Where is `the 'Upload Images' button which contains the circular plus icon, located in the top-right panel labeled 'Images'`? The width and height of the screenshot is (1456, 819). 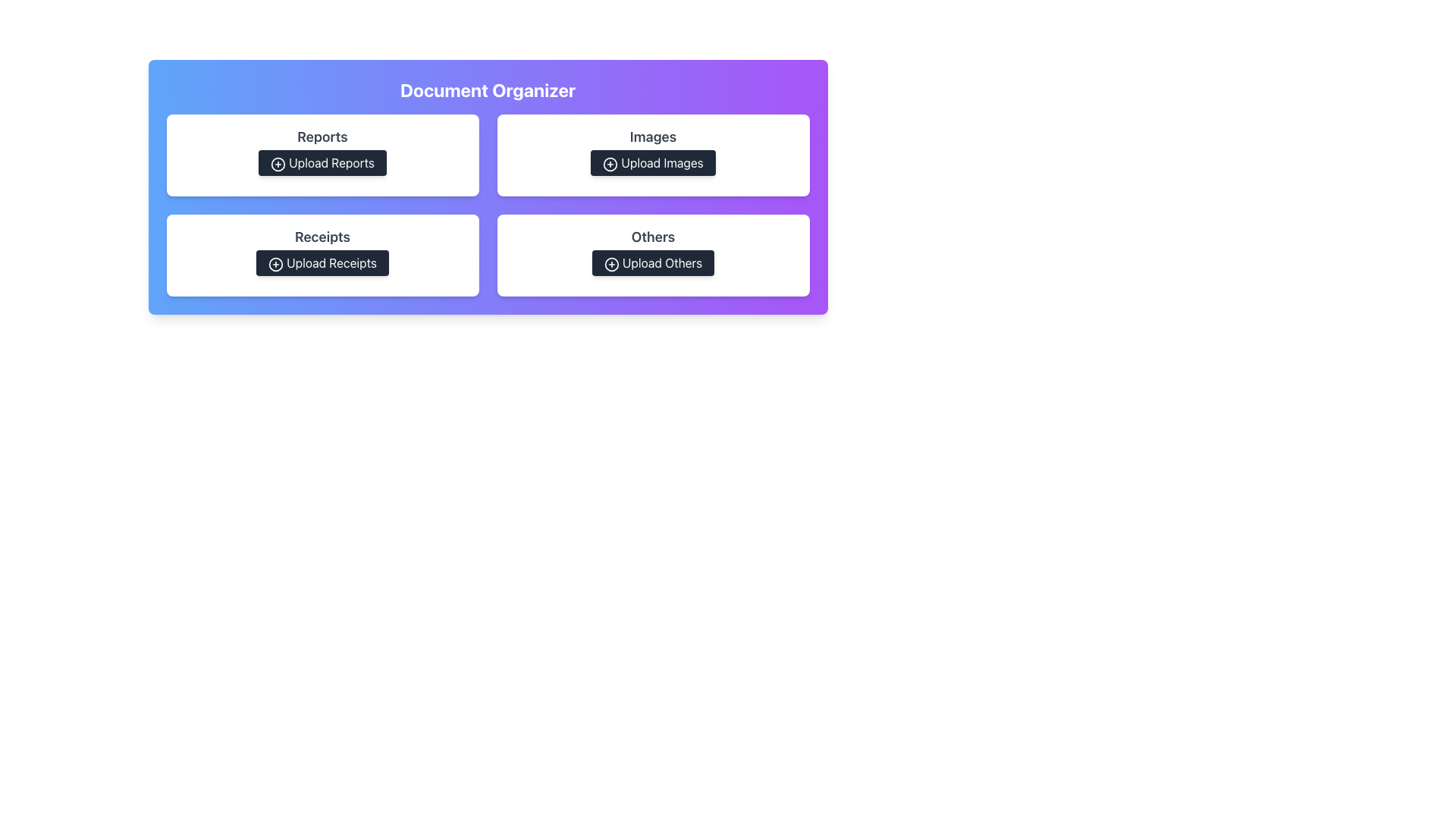
the 'Upload Images' button which contains the circular plus icon, located in the top-right panel labeled 'Images' is located at coordinates (610, 164).